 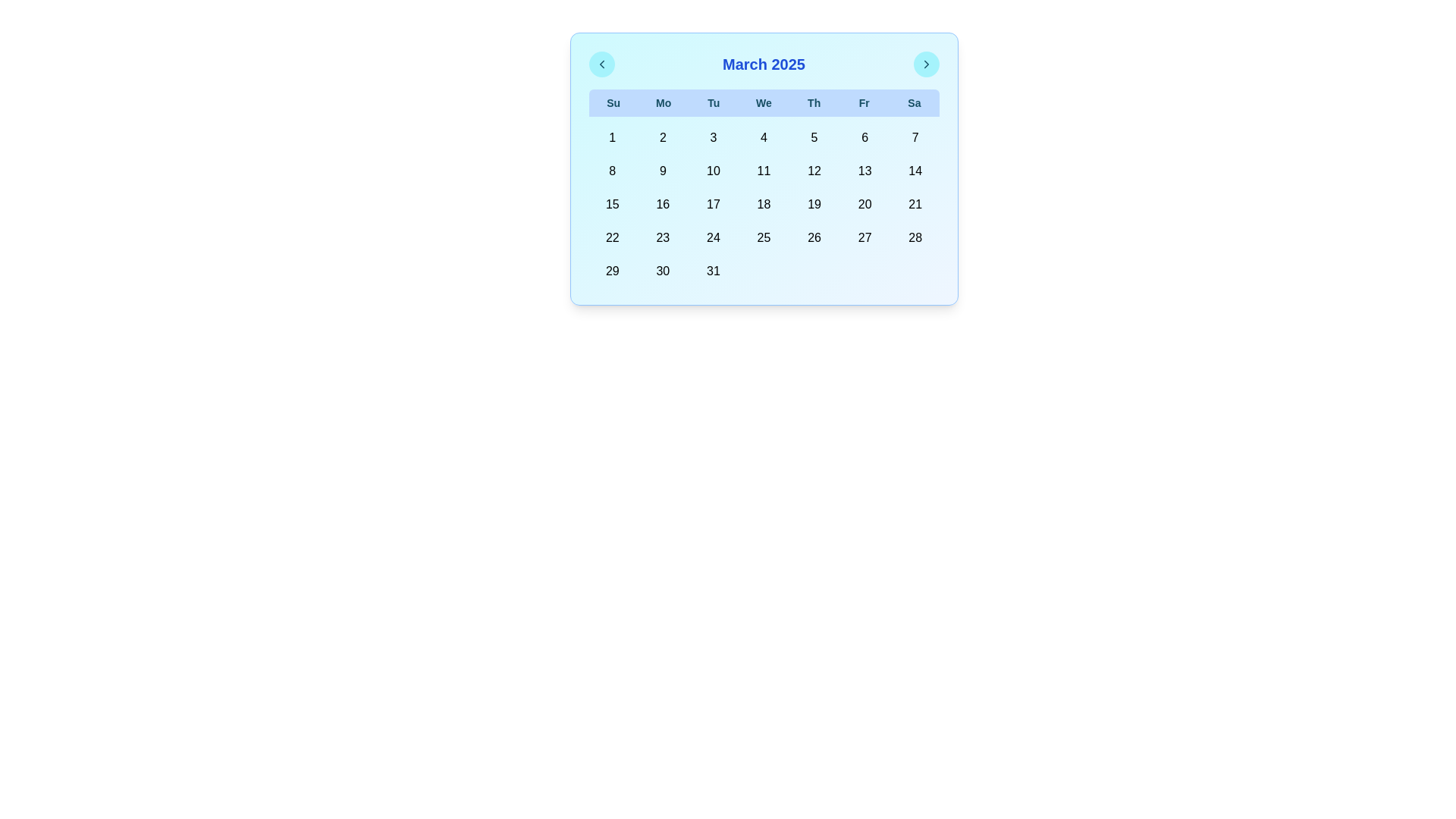 I want to click on the button displaying the number '15' in the calendar for March 2025, so click(x=612, y=205).